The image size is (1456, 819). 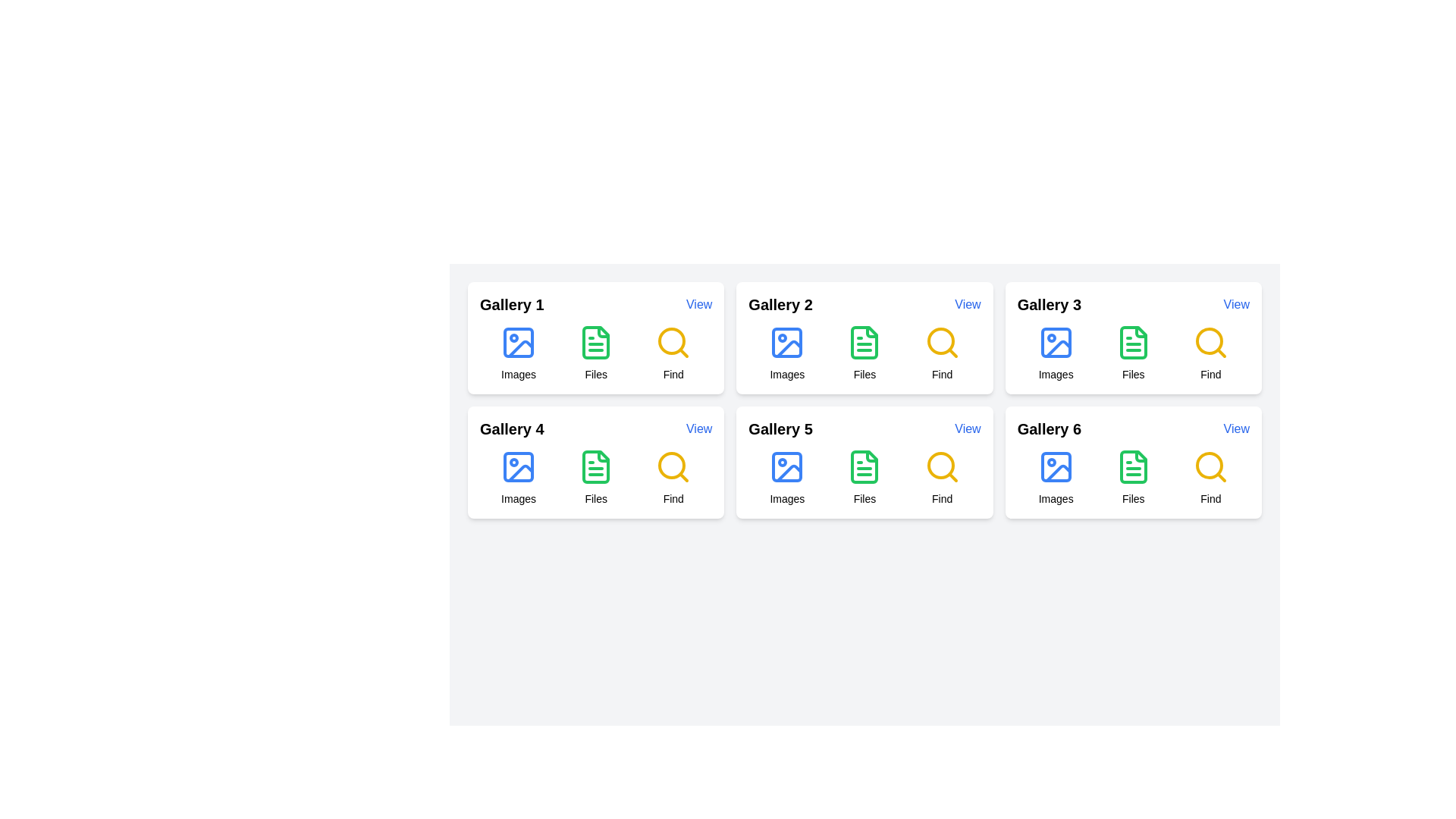 I want to click on the Icon labeled 'Gallery 6' located in the bottom row of the grid, so click(x=1133, y=476).